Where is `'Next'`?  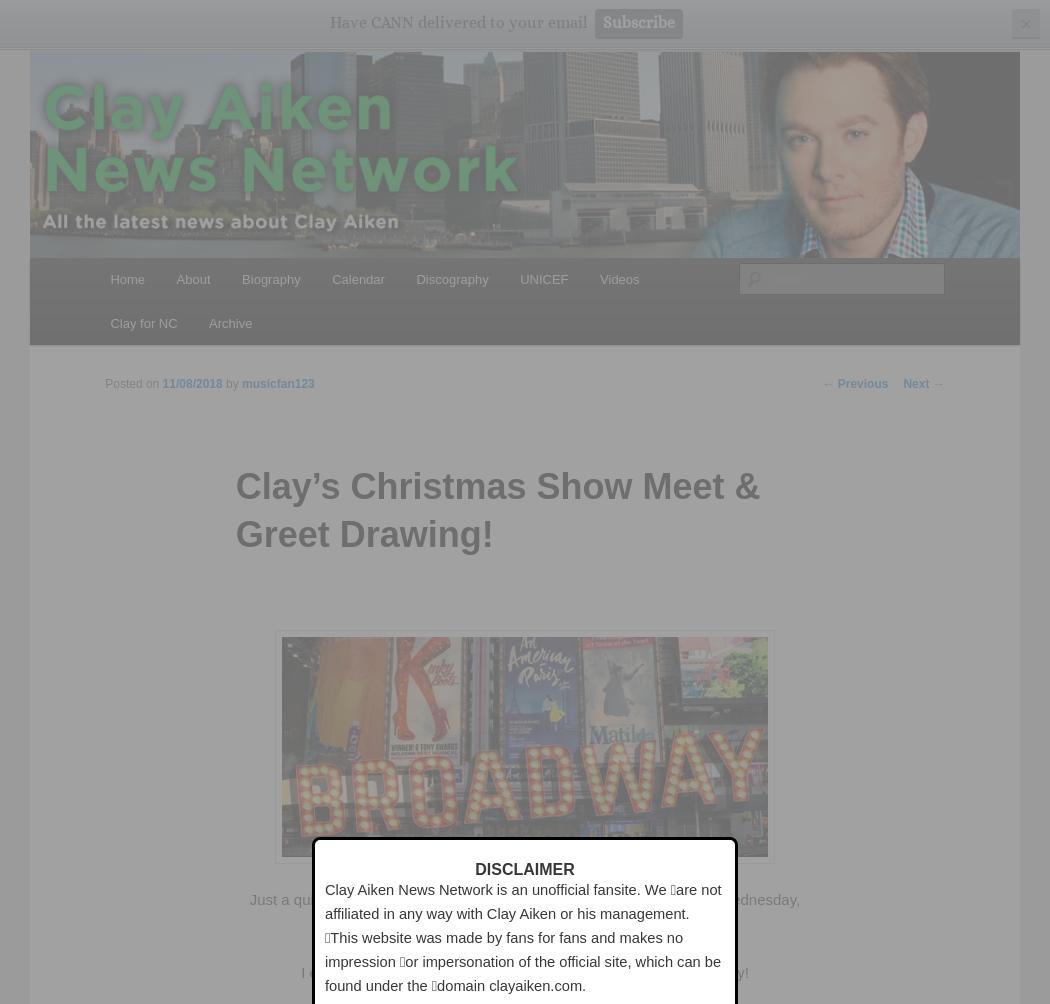 'Next' is located at coordinates (917, 382).